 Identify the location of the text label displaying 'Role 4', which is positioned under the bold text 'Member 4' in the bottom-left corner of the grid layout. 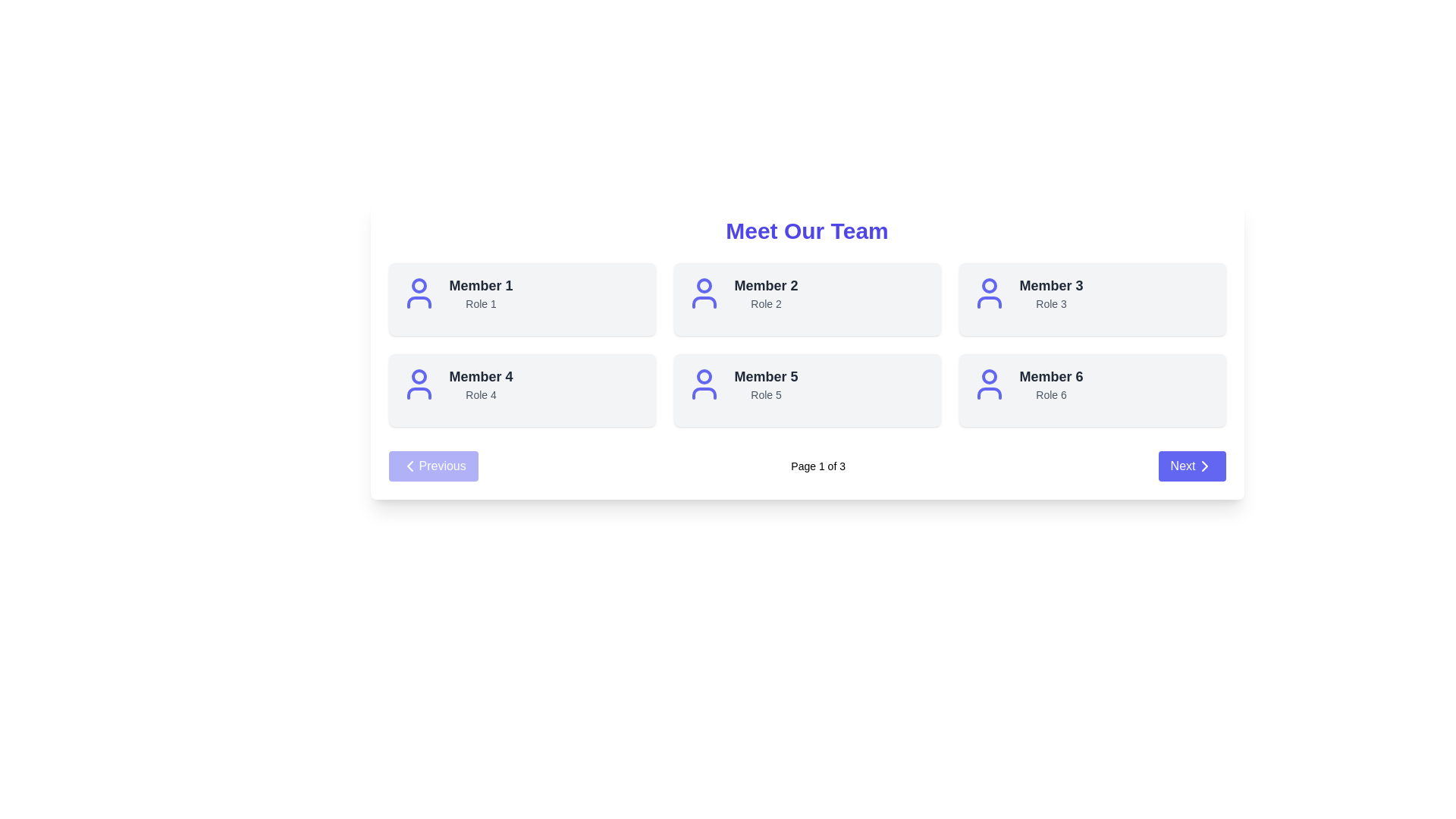
(480, 394).